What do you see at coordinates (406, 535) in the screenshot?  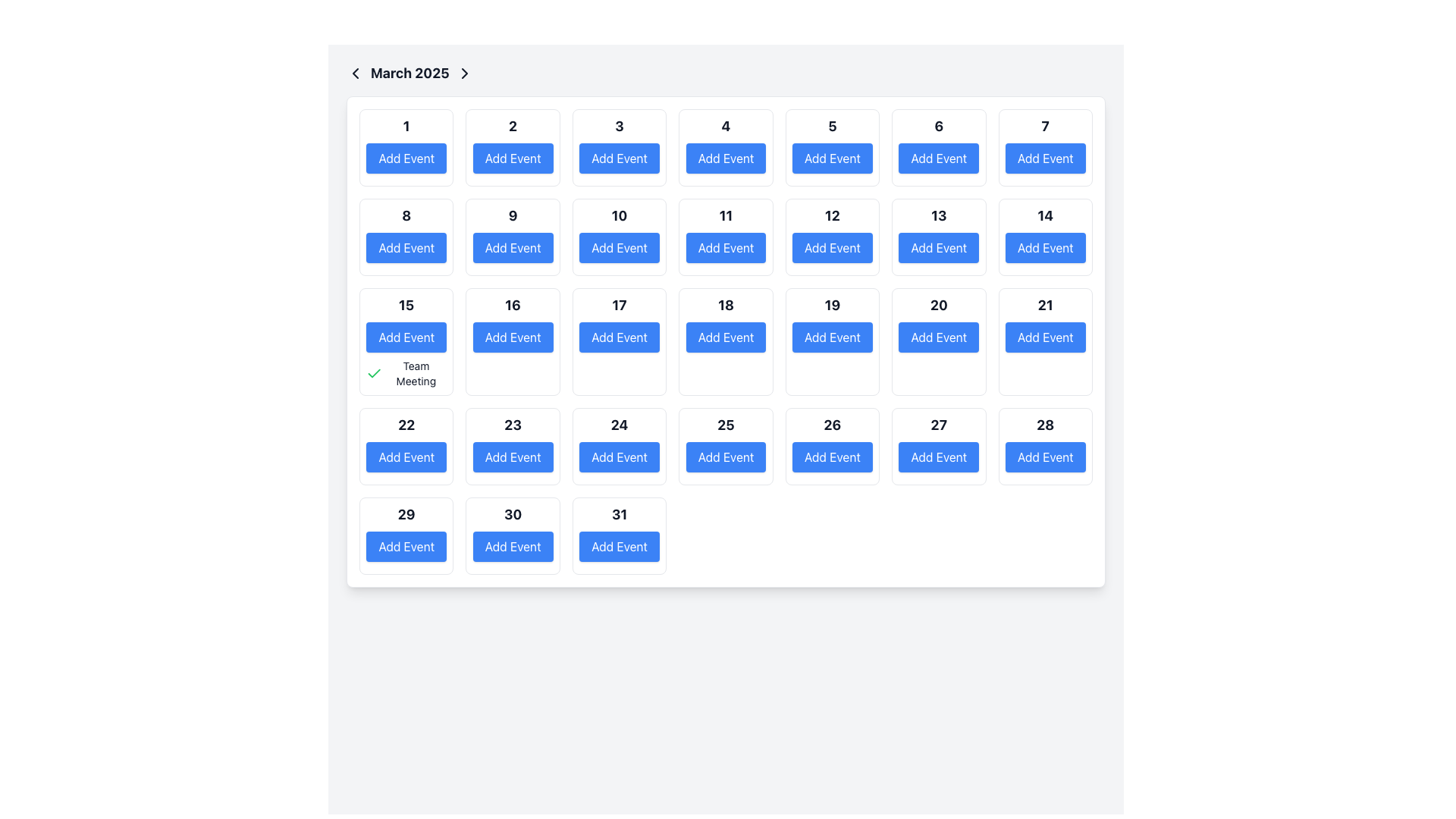 I see `the interactive calendar date slot representing the 29th day of the month` at bounding box center [406, 535].